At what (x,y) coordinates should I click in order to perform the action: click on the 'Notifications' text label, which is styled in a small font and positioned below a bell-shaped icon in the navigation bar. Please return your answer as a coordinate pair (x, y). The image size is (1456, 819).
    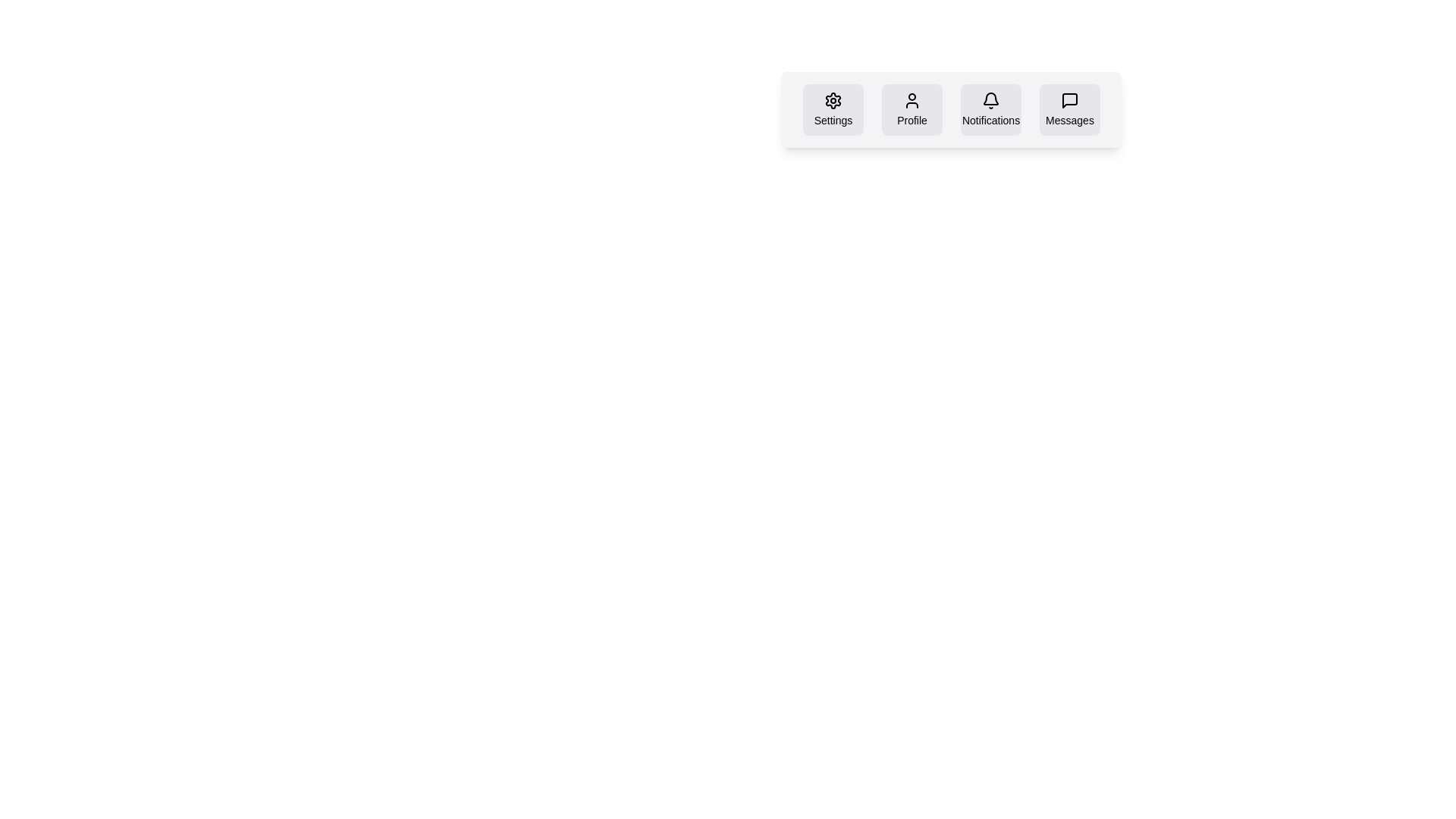
    Looking at the image, I should click on (990, 119).